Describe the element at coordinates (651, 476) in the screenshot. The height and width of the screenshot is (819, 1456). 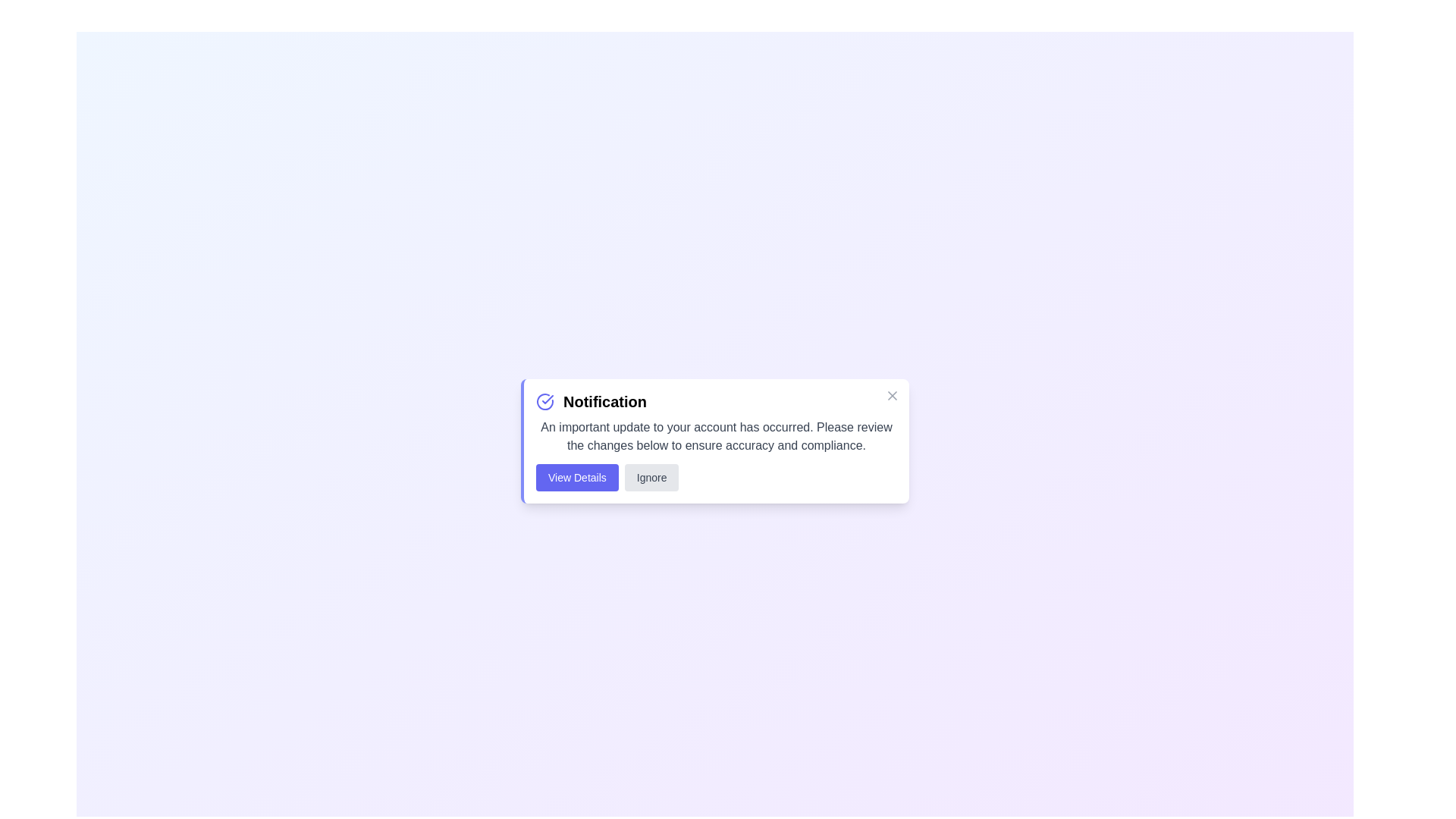
I see `the 'Ignore' button to dismiss the notification` at that location.